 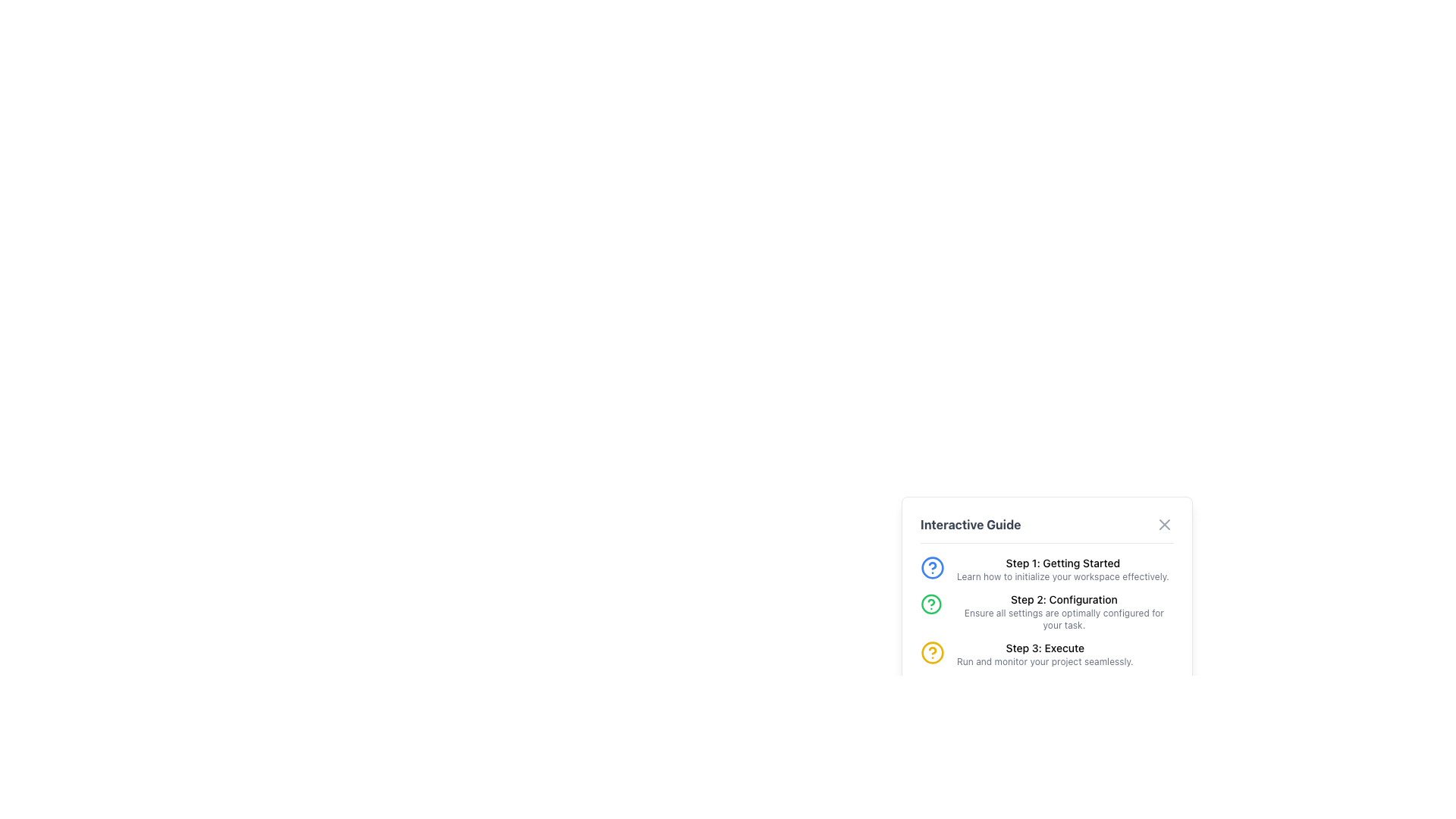 What do you see at coordinates (1046, 654) in the screenshot?
I see `the Instruction block labeled 'Step 3: Execute' which includes a yellow circular icon with a question mark and descriptive text about running and monitoring the project` at bounding box center [1046, 654].